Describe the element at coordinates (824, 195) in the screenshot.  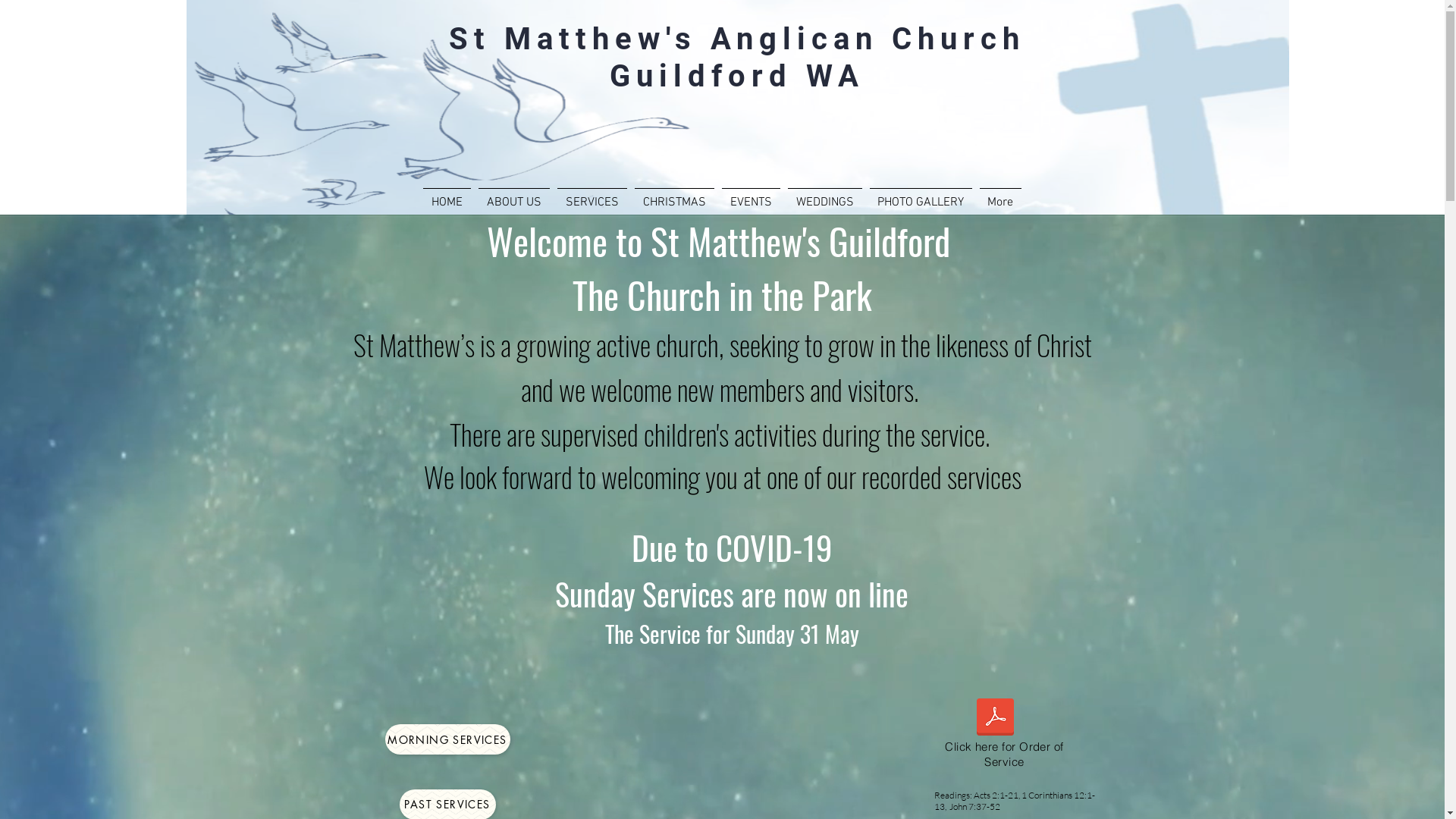
I see `'WEDDINGS'` at that location.